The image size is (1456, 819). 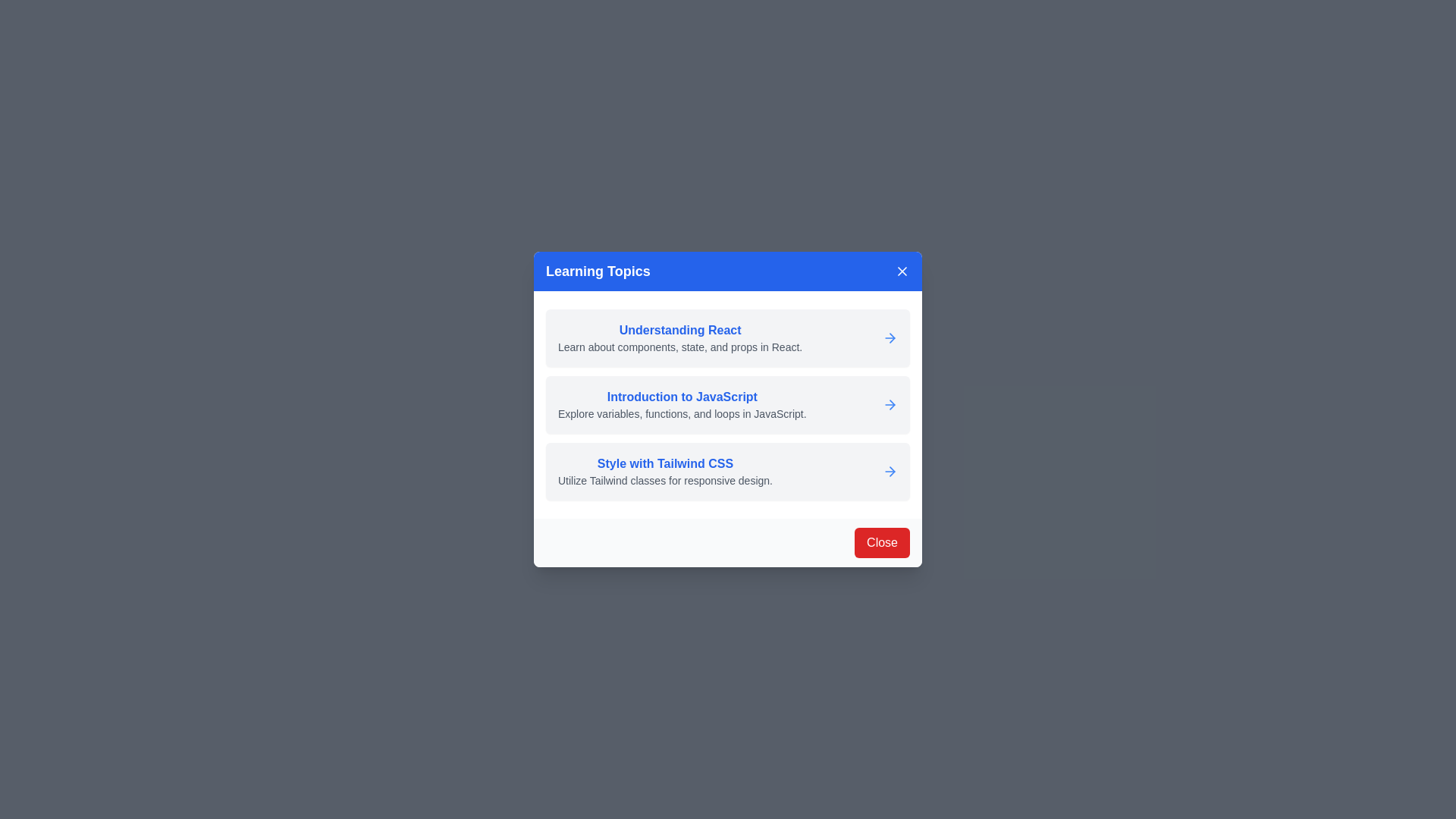 What do you see at coordinates (679, 337) in the screenshot?
I see `the 'Understanding React' text label` at bounding box center [679, 337].